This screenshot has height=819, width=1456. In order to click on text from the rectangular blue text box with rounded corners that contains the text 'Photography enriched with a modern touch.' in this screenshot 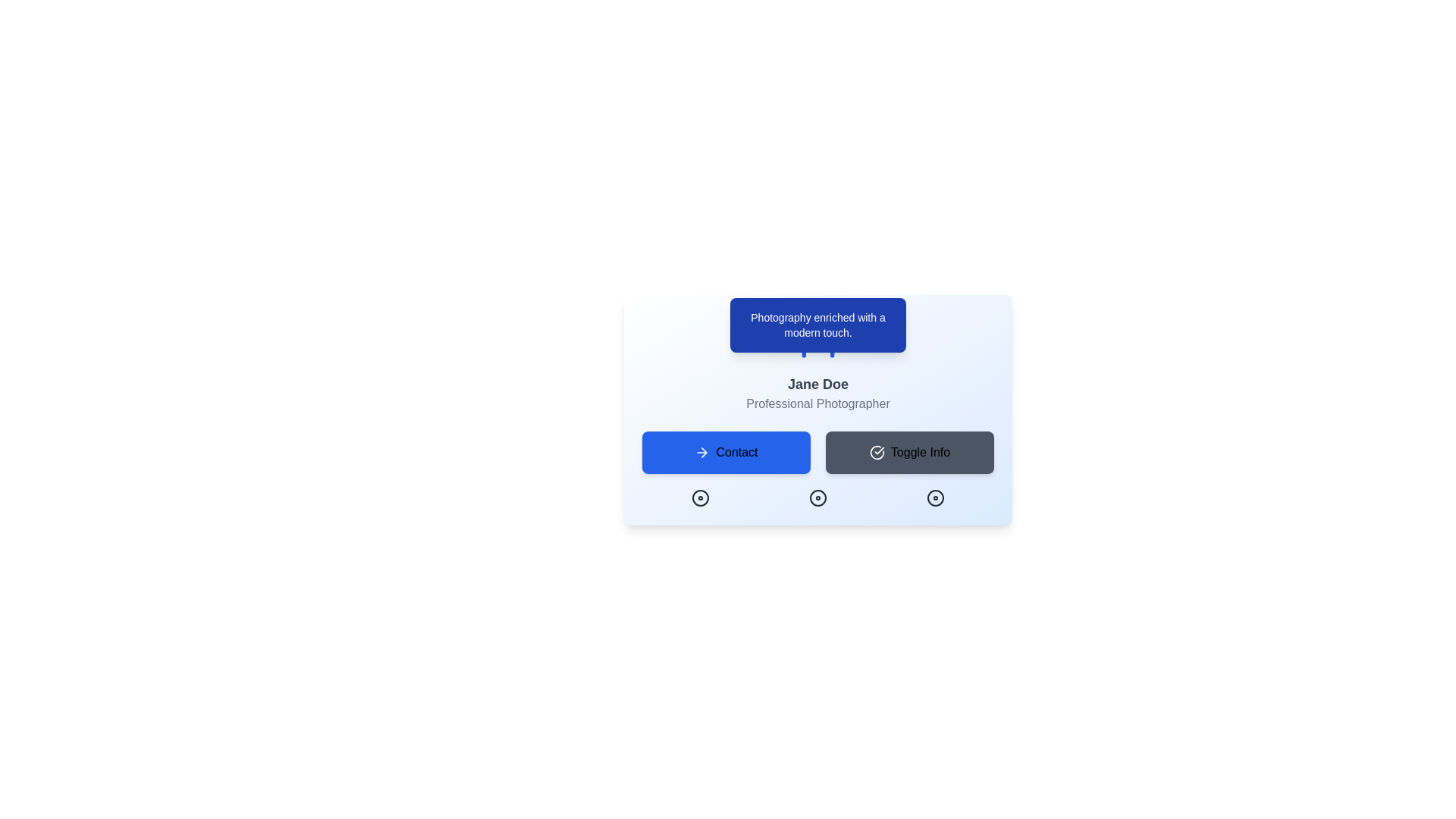, I will do `click(817, 324)`.